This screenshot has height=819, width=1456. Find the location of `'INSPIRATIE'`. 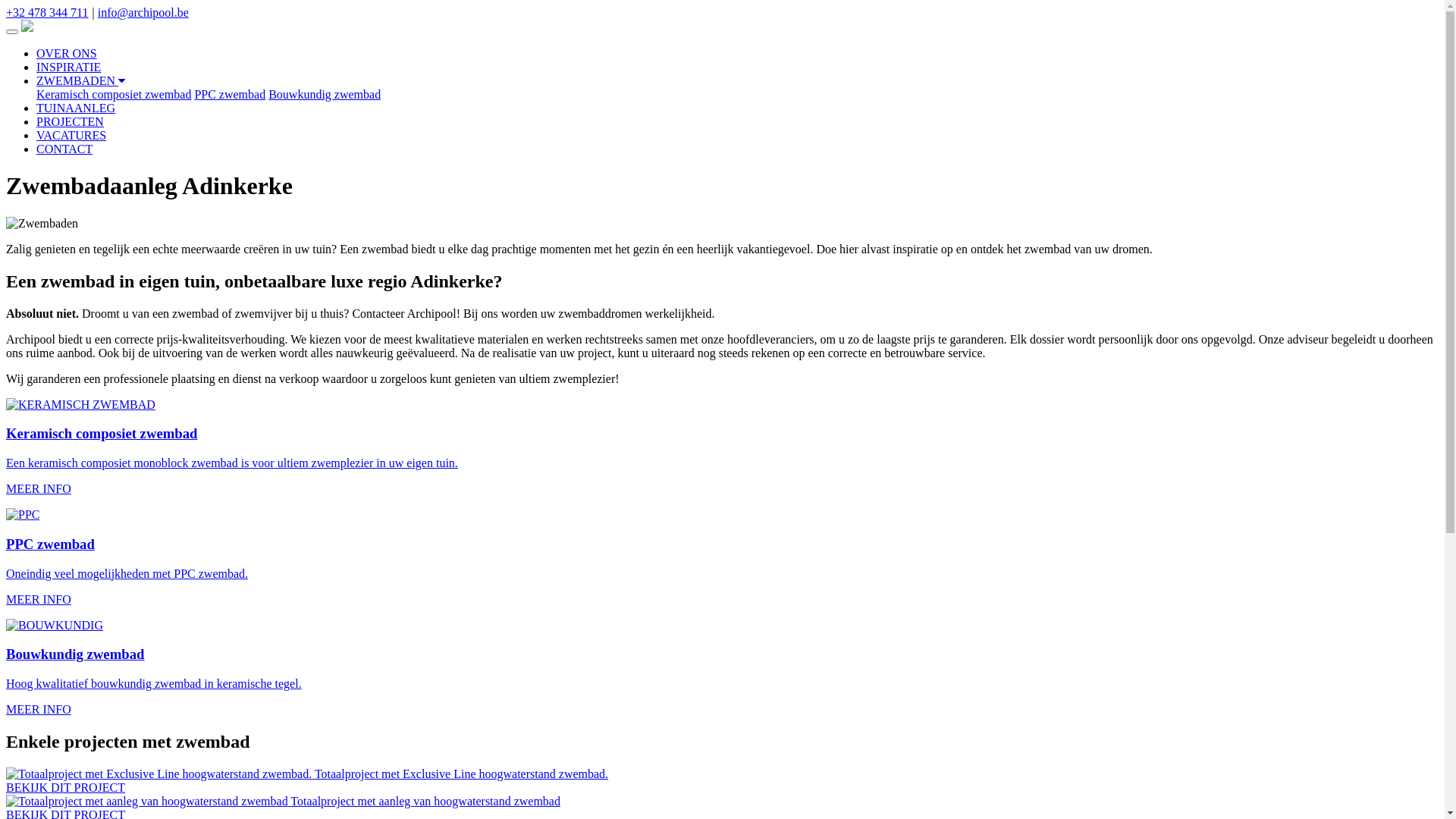

'INSPIRATIE' is located at coordinates (67, 66).